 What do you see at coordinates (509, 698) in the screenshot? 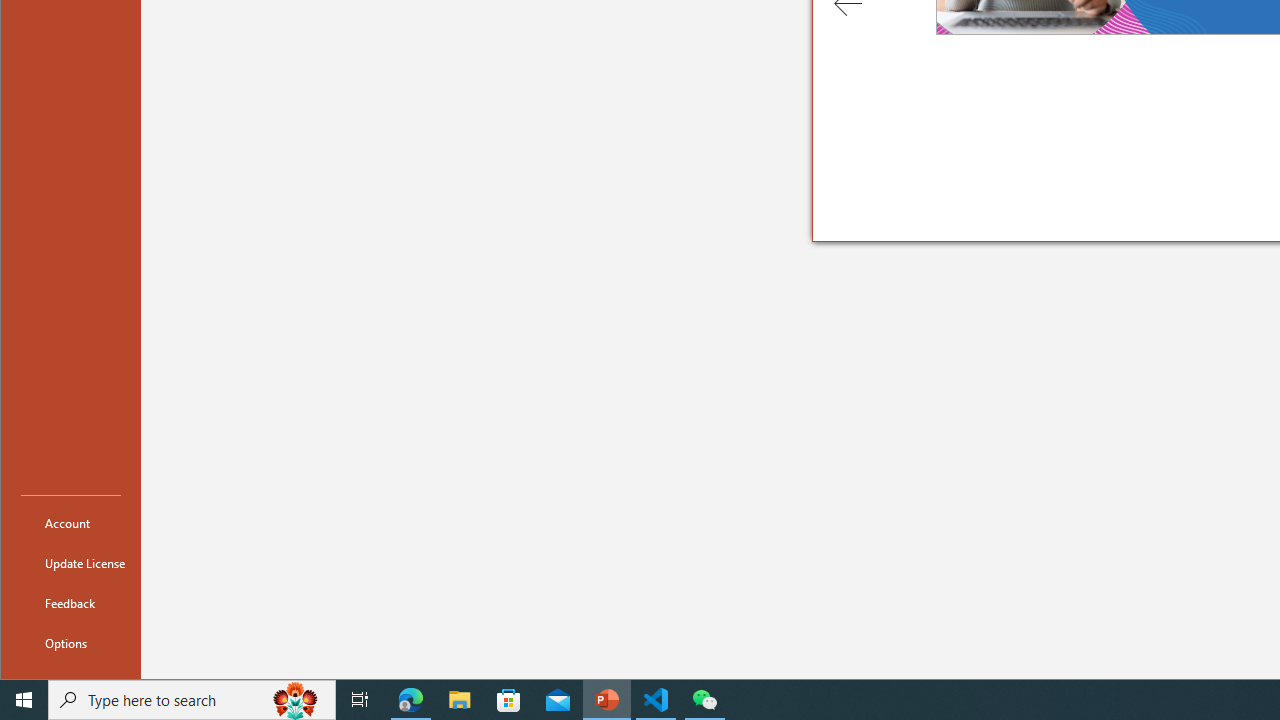
I see `'Microsoft Store'` at bounding box center [509, 698].